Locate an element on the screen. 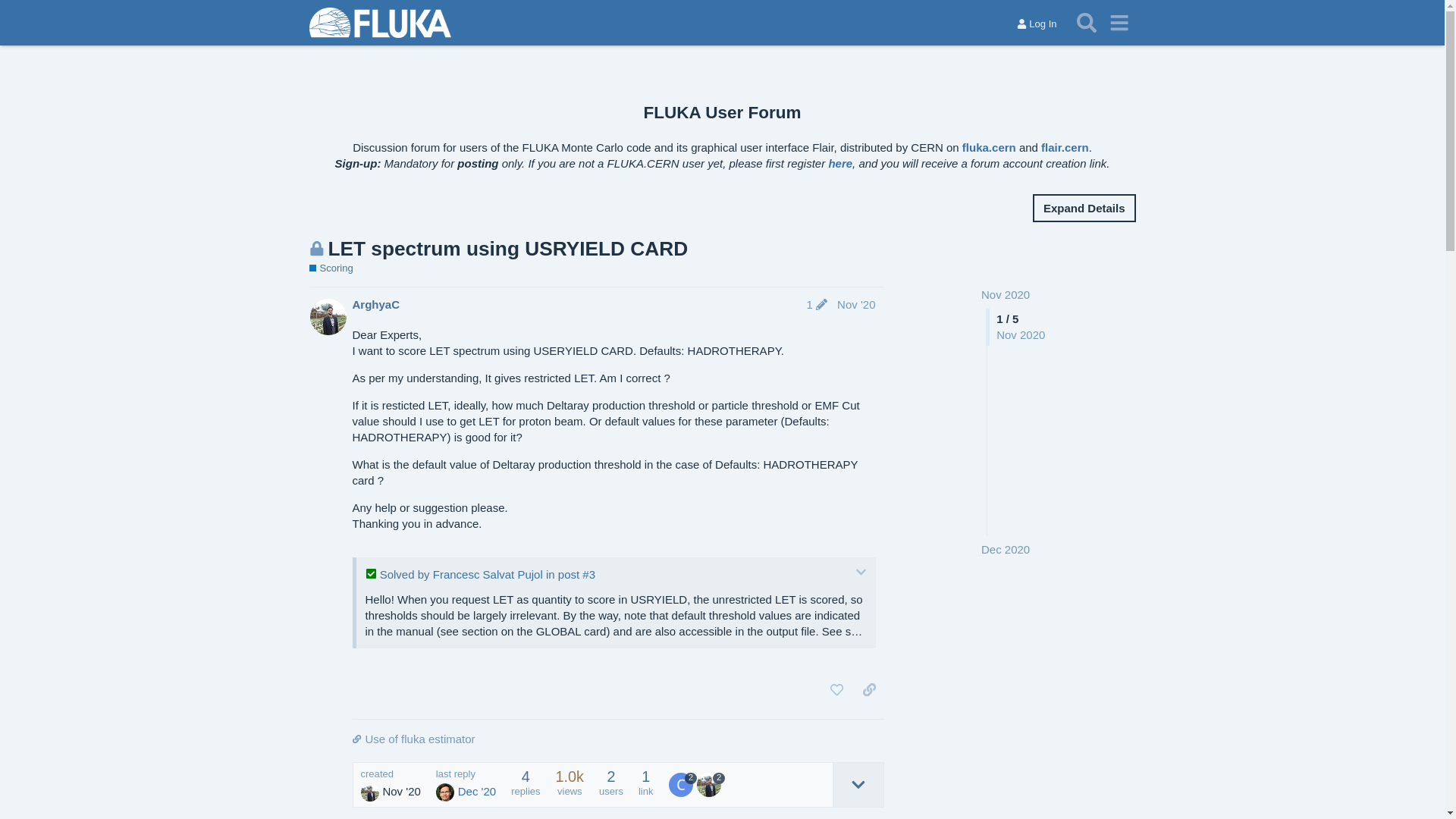 This screenshot has height=819, width=1456. 'expand topic details' is located at coordinates (858, 784).